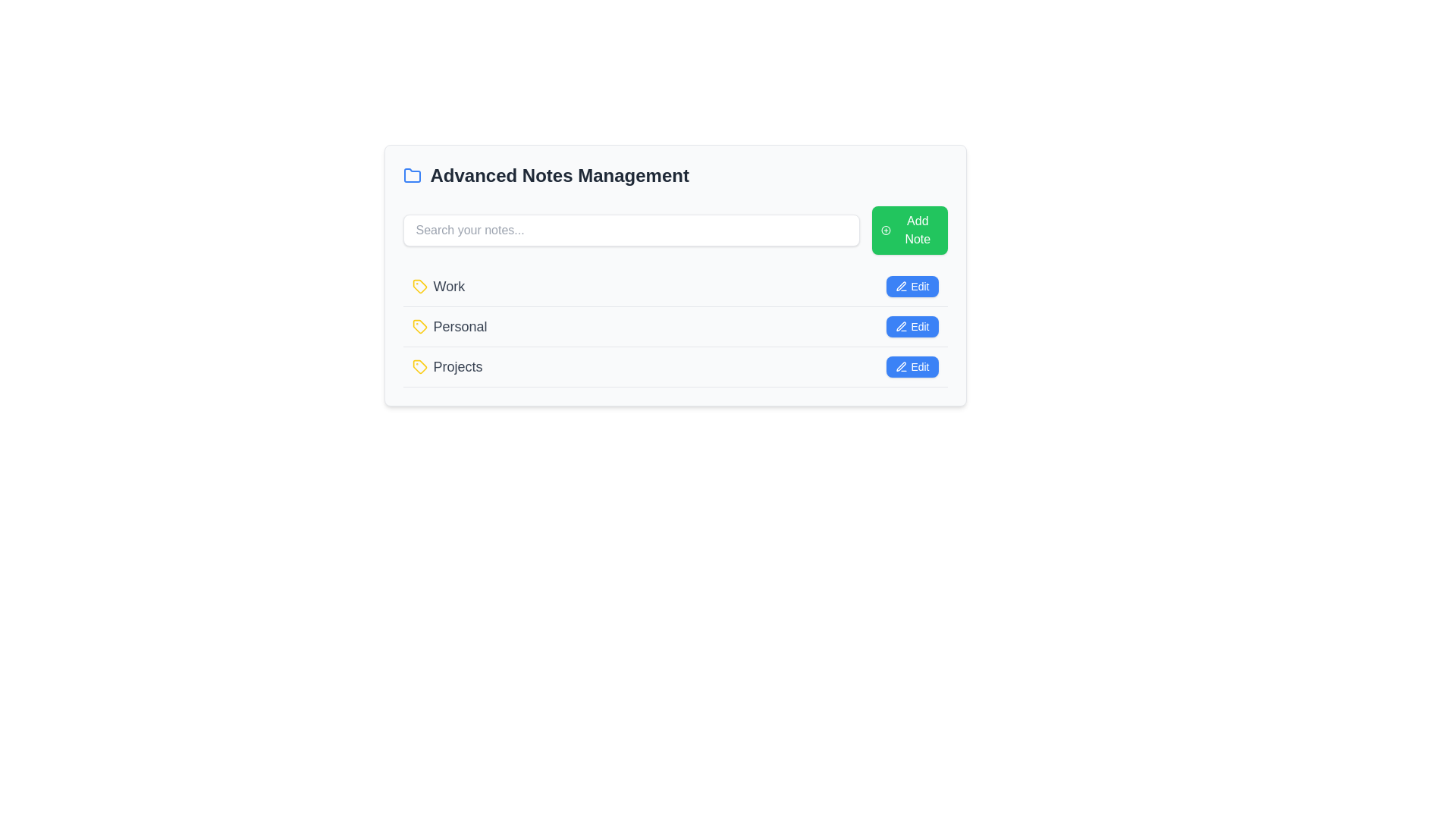 The height and width of the screenshot is (819, 1456). I want to click on the 'Edit' button, which is a small rectangular button with a blue background and white text, located at the right end of the 'Work' list item, so click(912, 287).